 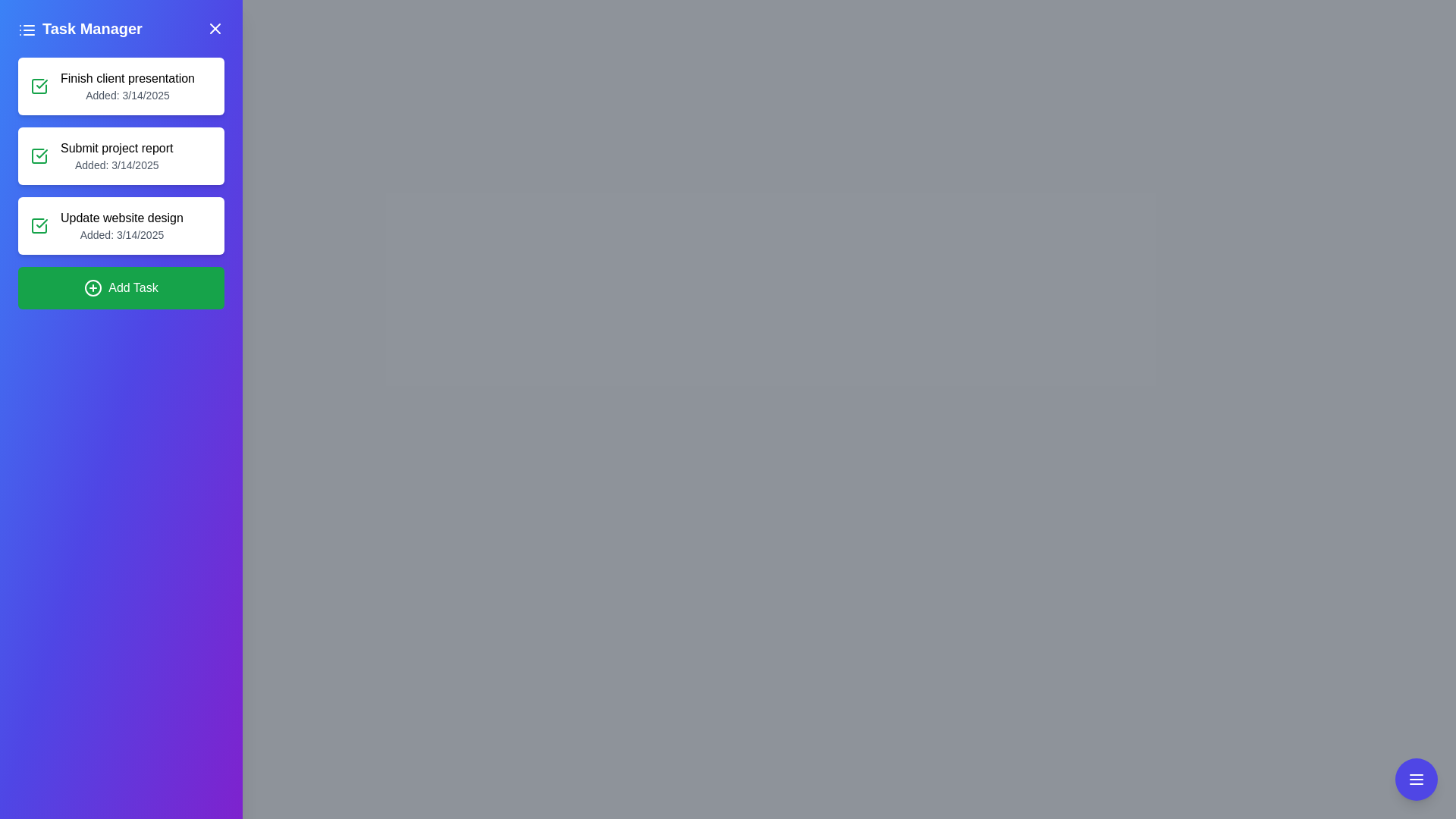 I want to click on the Text Label that provides metadata about the associated task, specifically the date it was added, which is located directly below the 'Submit project report' text in the middle entry of the vertical task list, so click(x=116, y=165).